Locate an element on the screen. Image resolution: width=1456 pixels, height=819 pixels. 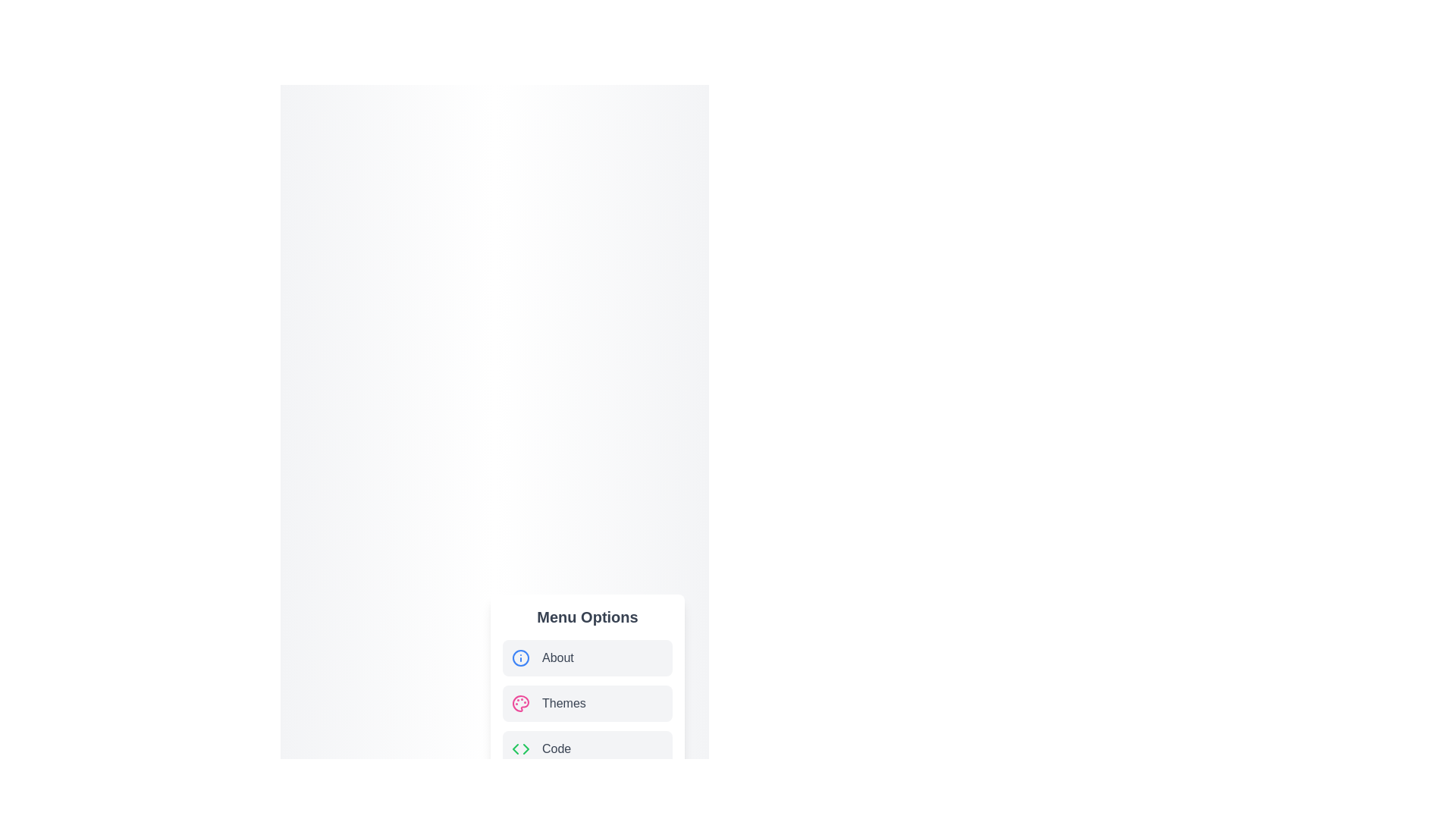
the green left-pointing triangular arrow in the 'Code' option icon is located at coordinates (516, 748).